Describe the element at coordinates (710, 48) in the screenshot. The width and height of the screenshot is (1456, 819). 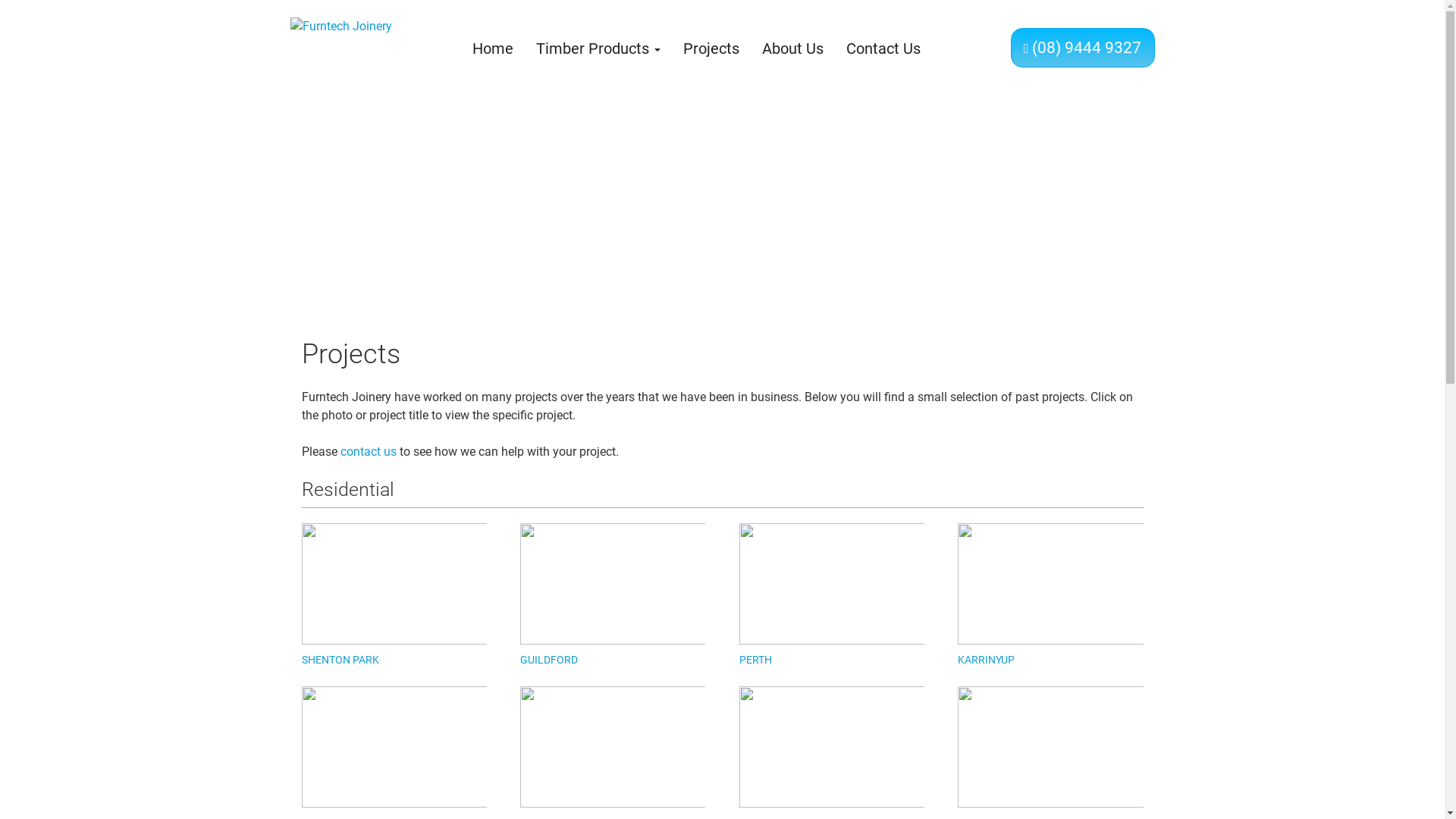
I see `'Projects'` at that location.